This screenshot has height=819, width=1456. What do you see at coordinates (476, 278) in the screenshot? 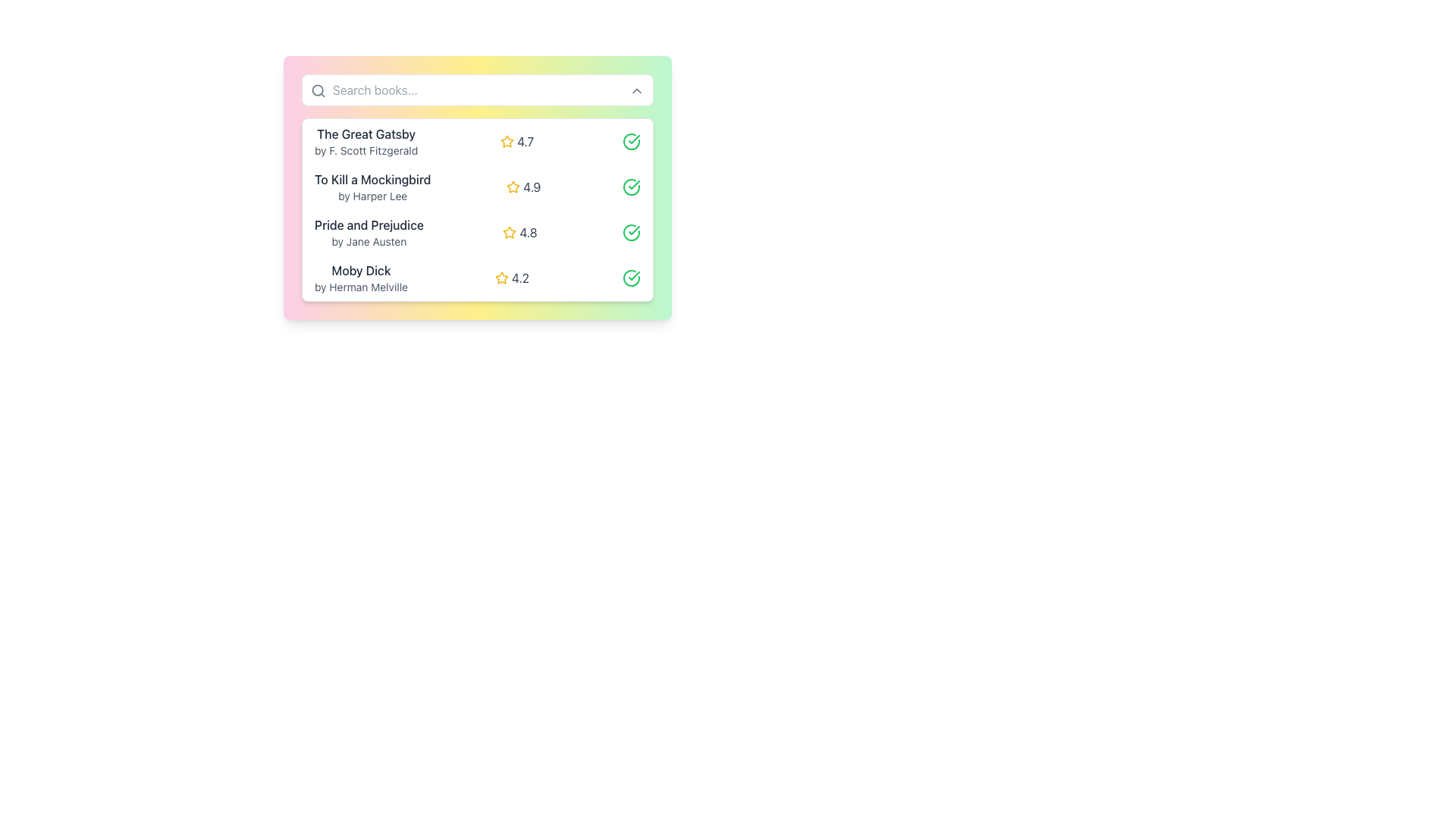
I see `the fourth item in the book list for 'Moby Dick'` at bounding box center [476, 278].